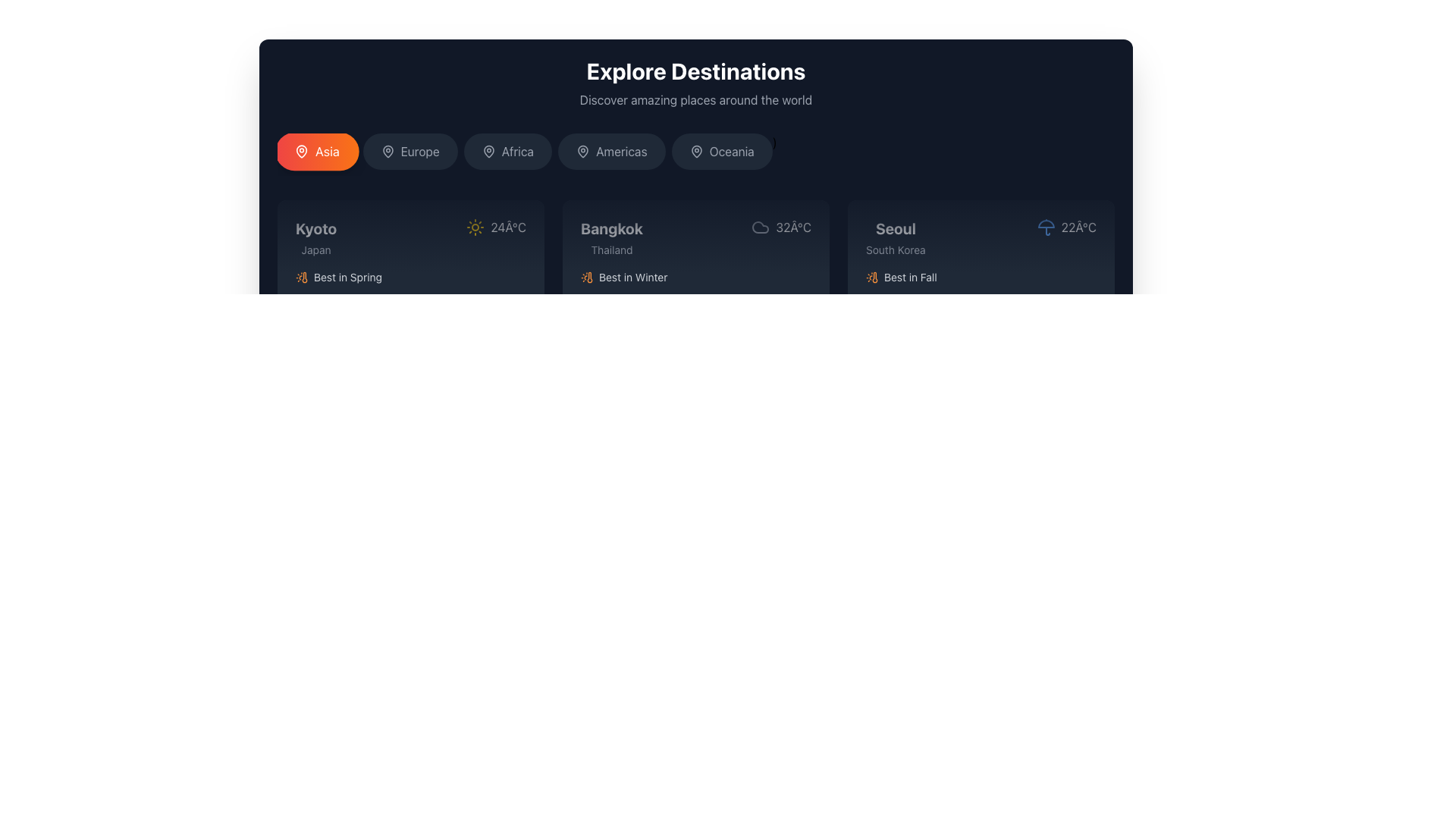  Describe the element at coordinates (1045, 227) in the screenshot. I see `the small blue umbrella-shaped icon located to the immediate left of the text '22°C' in the top-right corner of the card labeled 'Seoul'` at that location.